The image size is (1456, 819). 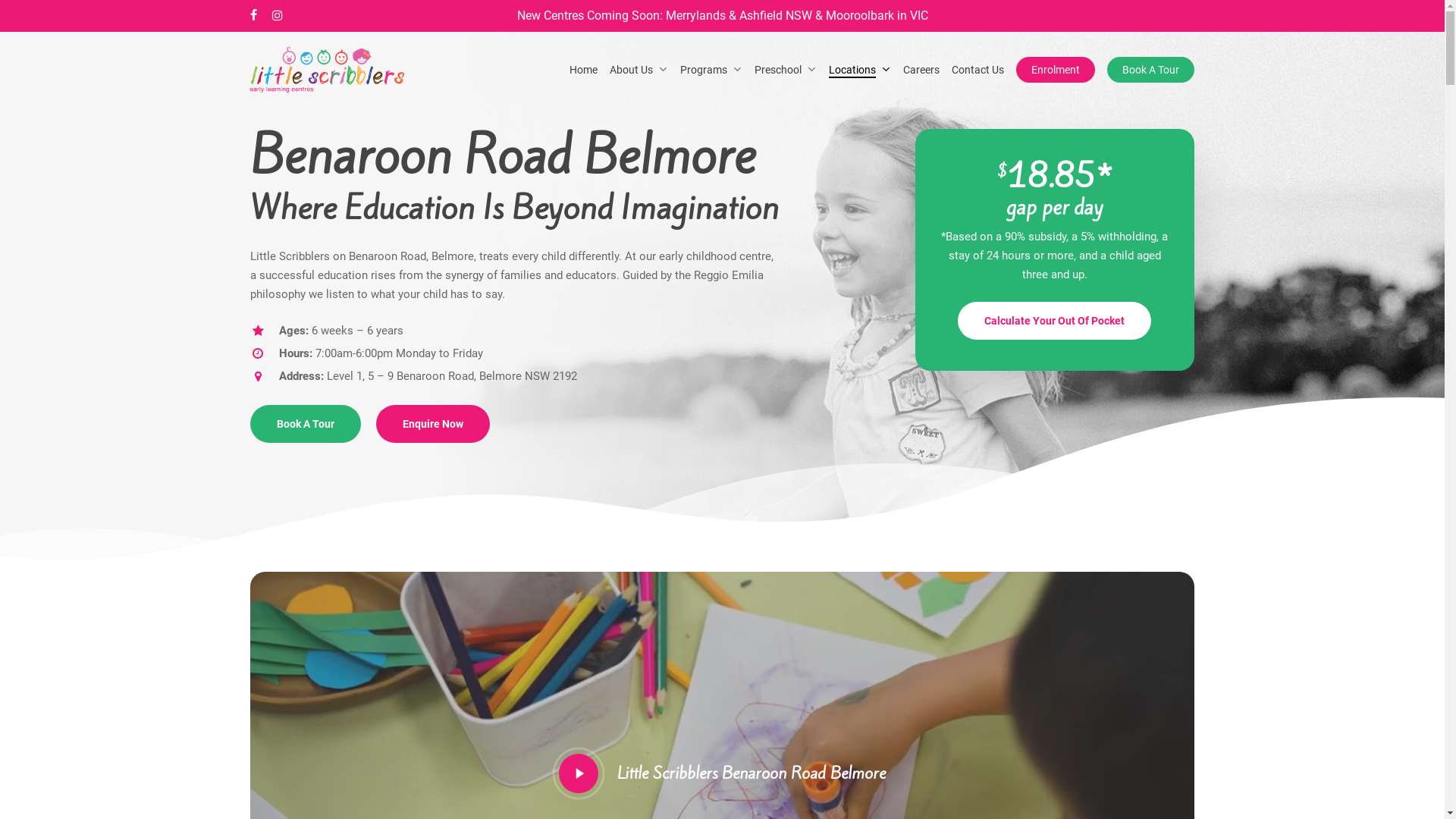 What do you see at coordinates (639, 70) in the screenshot?
I see `'About Us'` at bounding box center [639, 70].